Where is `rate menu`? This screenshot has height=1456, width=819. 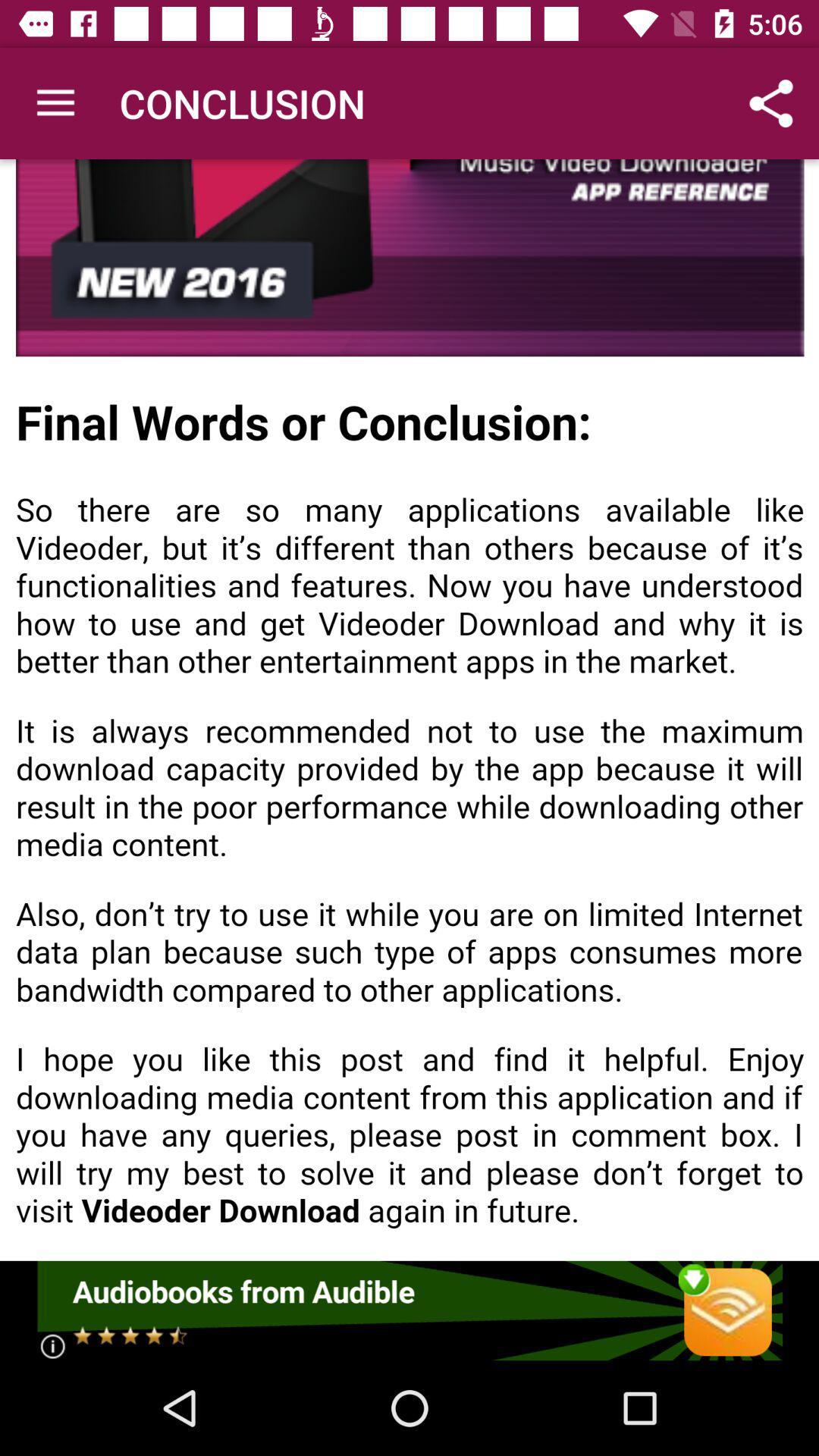
rate menu is located at coordinates (408, 1310).